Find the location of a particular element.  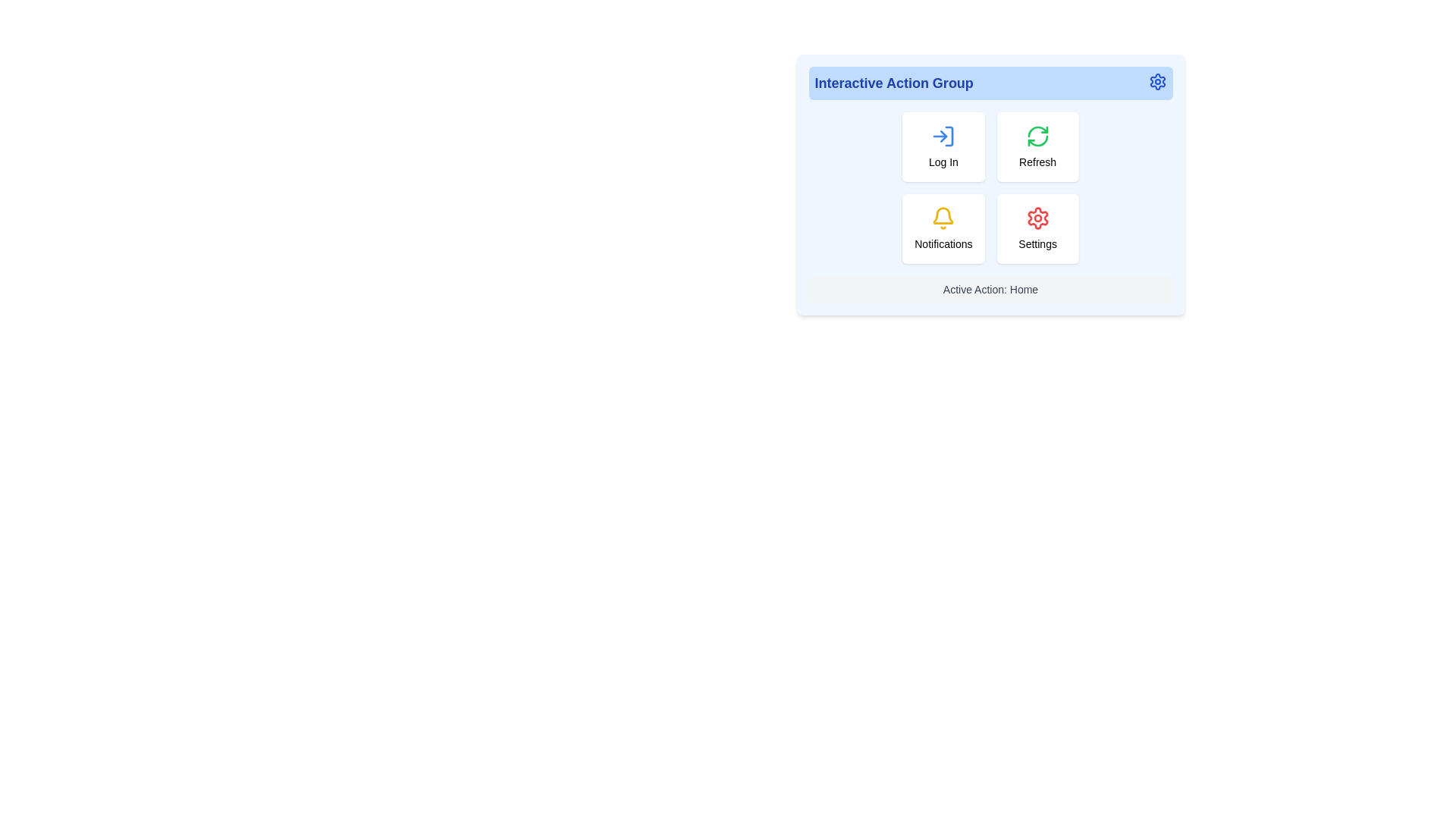

the triangular arrowhead element within the 'Log In' icon, which is positioned centrally and indicates entry is located at coordinates (943, 136).